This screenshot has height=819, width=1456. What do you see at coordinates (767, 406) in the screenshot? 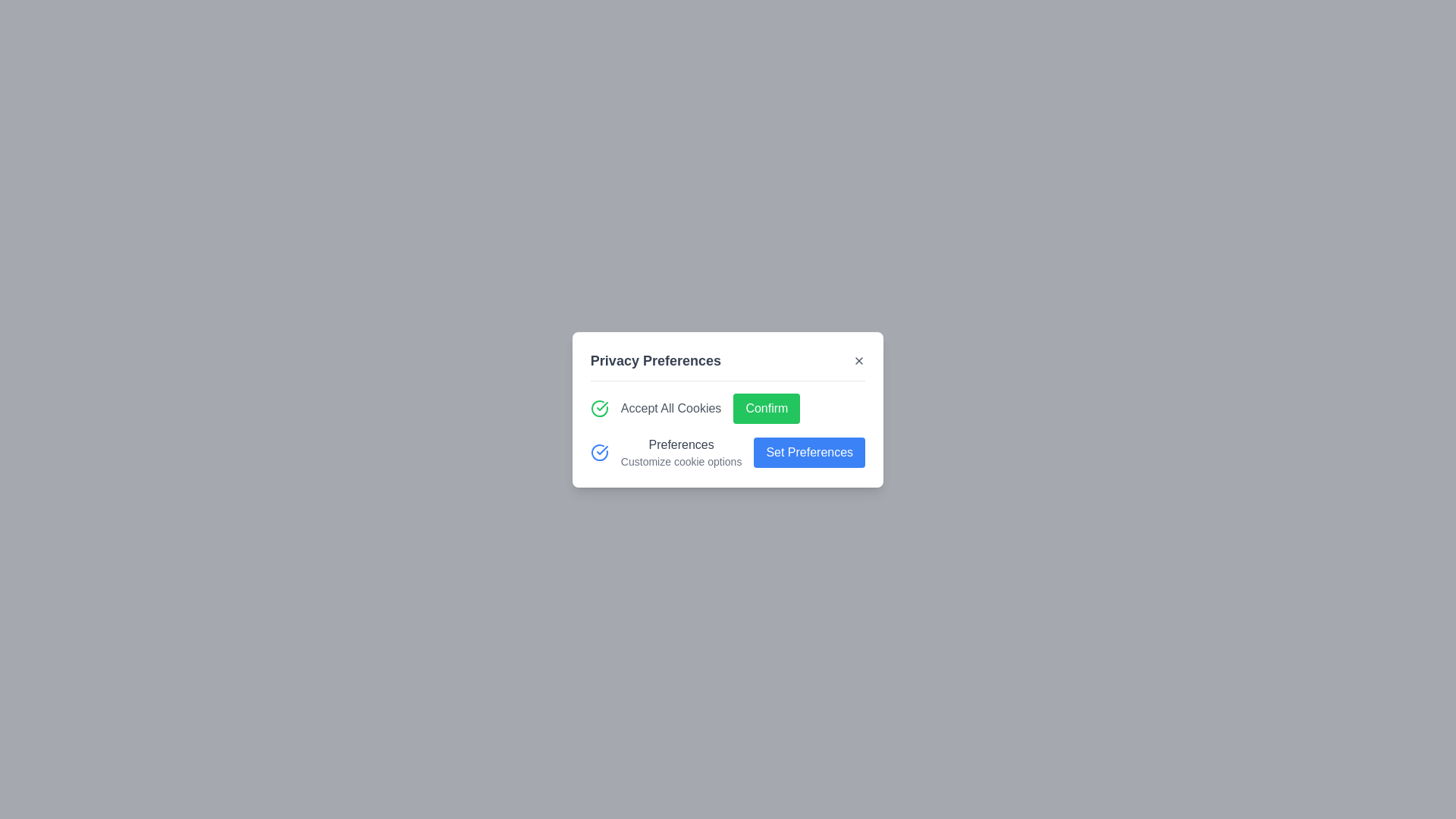
I see `the green 'Confirm' button to accept all cookies` at bounding box center [767, 406].